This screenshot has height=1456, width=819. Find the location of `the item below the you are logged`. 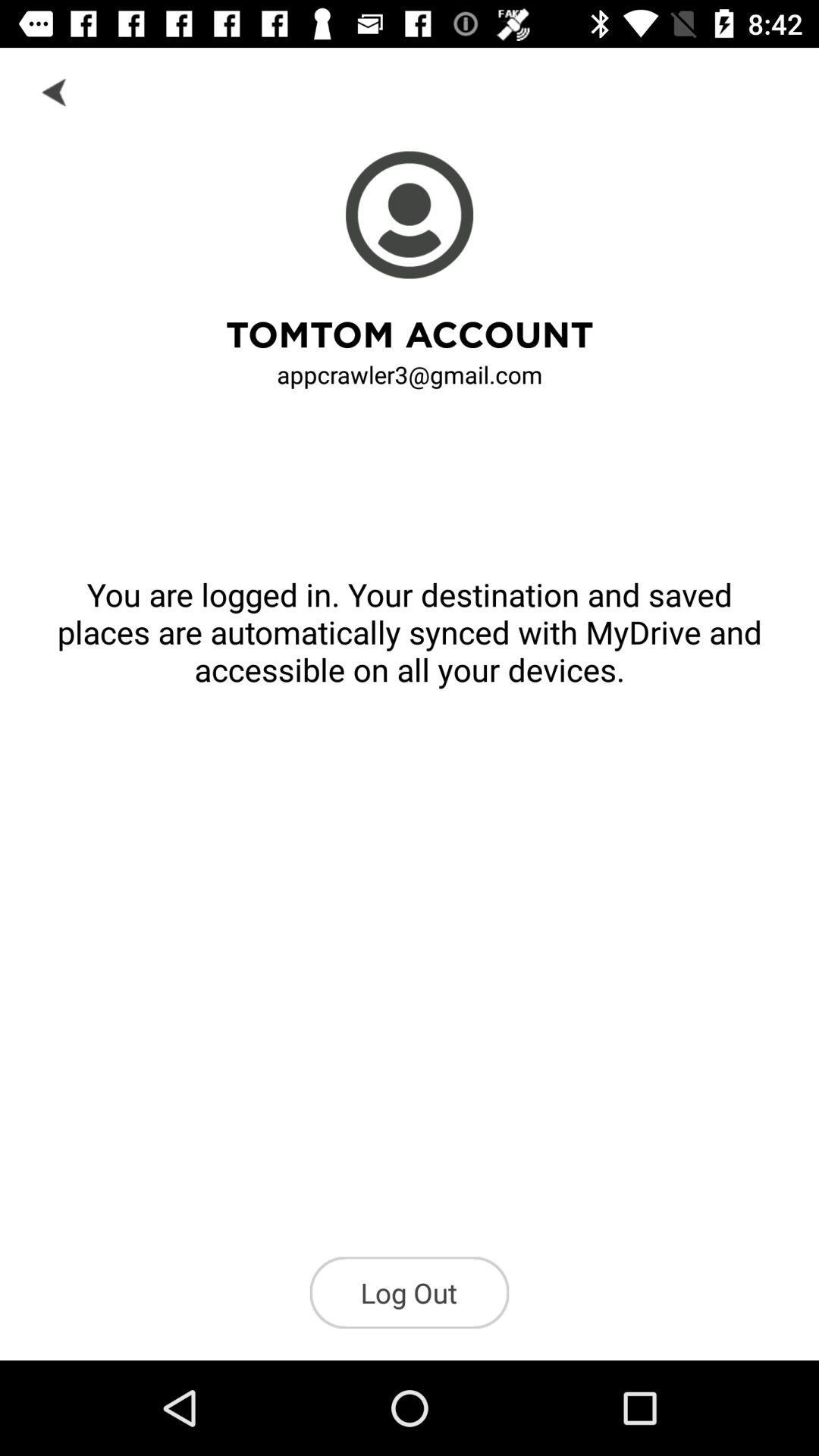

the item below the you are logged is located at coordinates (409, 1291).